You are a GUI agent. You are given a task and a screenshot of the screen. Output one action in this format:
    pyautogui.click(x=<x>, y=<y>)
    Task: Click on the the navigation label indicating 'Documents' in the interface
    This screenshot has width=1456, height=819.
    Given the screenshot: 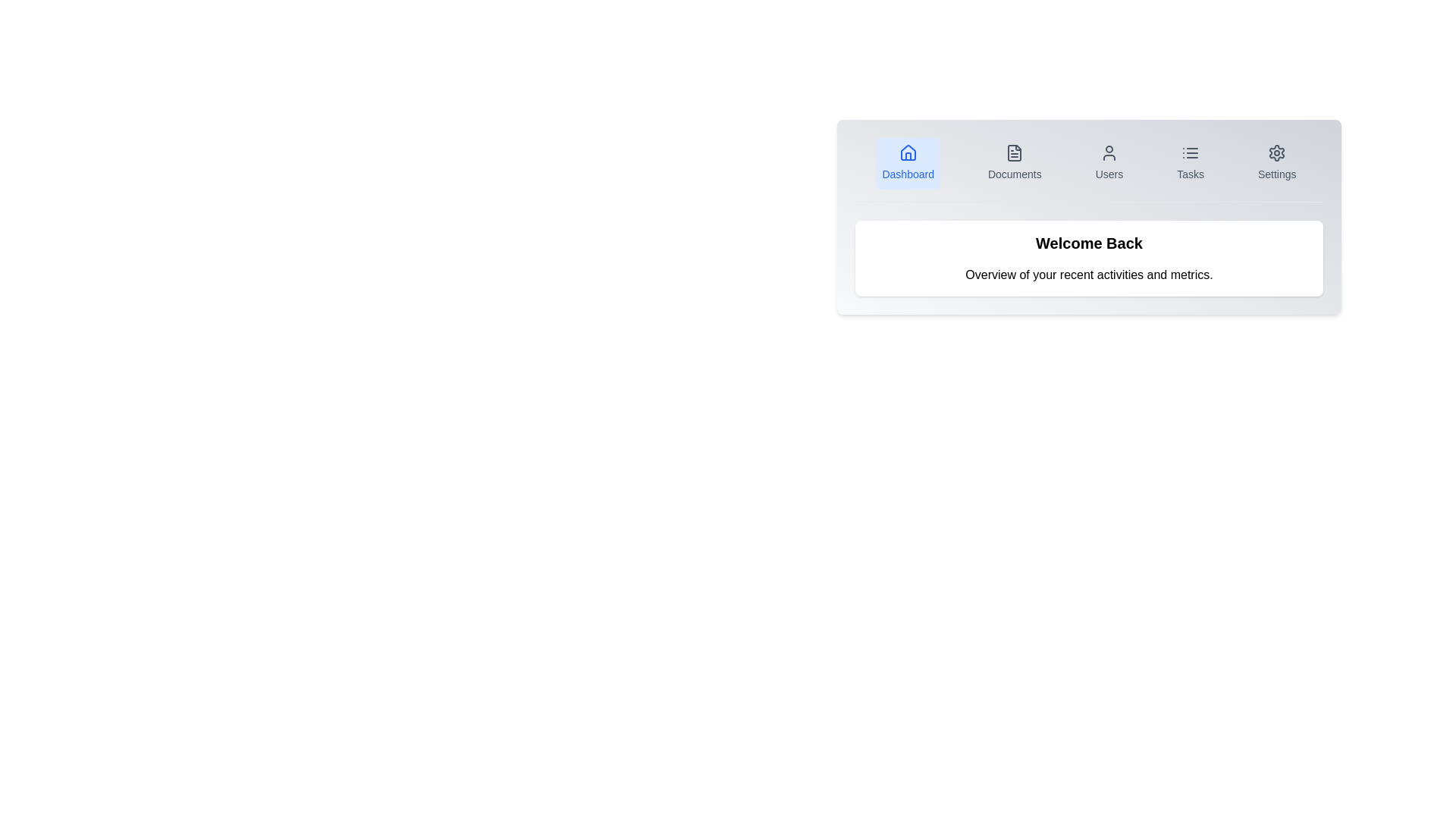 What is the action you would take?
    pyautogui.click(x=1015, y=174)
    